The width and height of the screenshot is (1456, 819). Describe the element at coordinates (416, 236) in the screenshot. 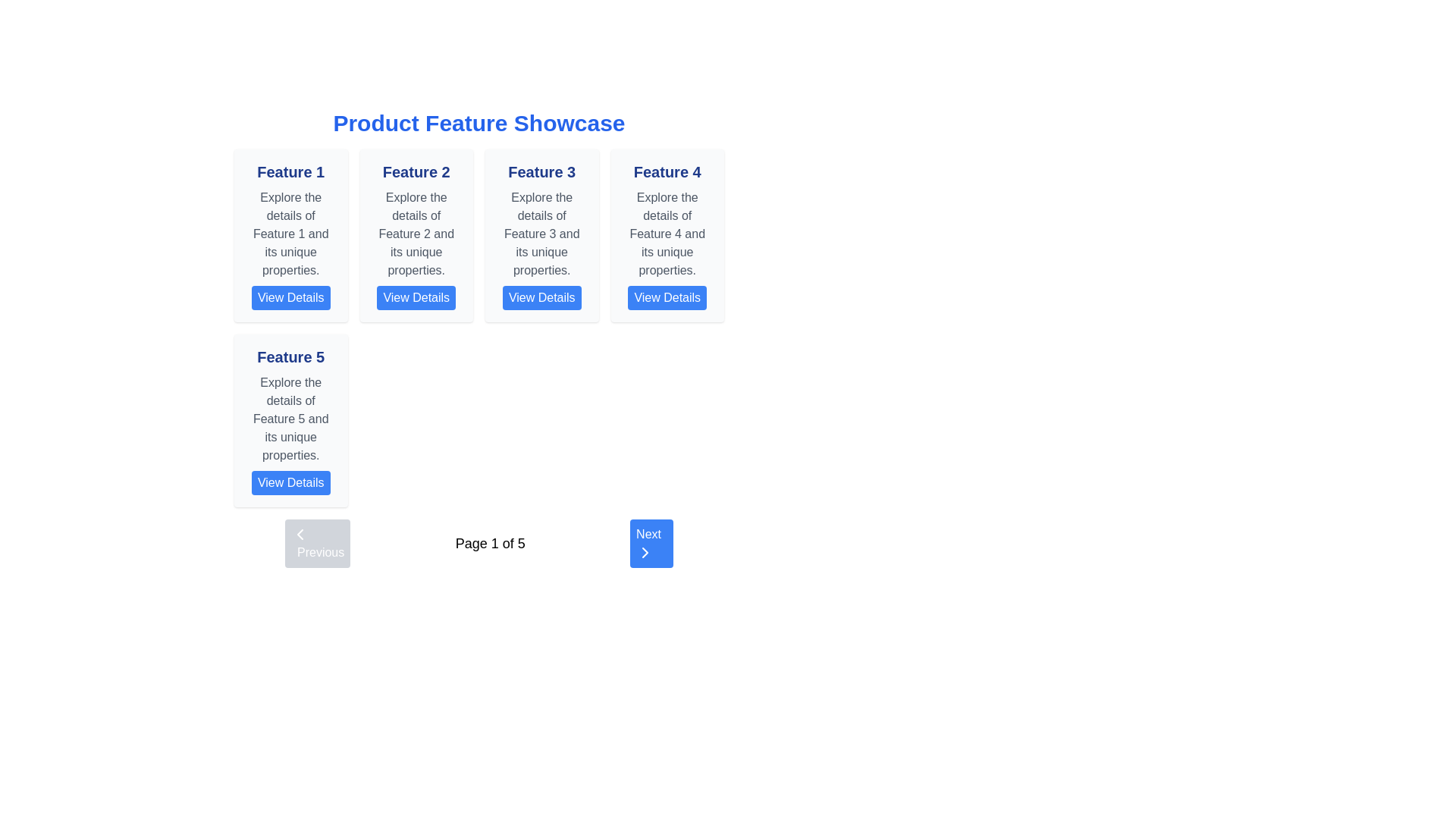

I see `the title of the Informational Card which is the second feature card in the grid to focus` at that location.